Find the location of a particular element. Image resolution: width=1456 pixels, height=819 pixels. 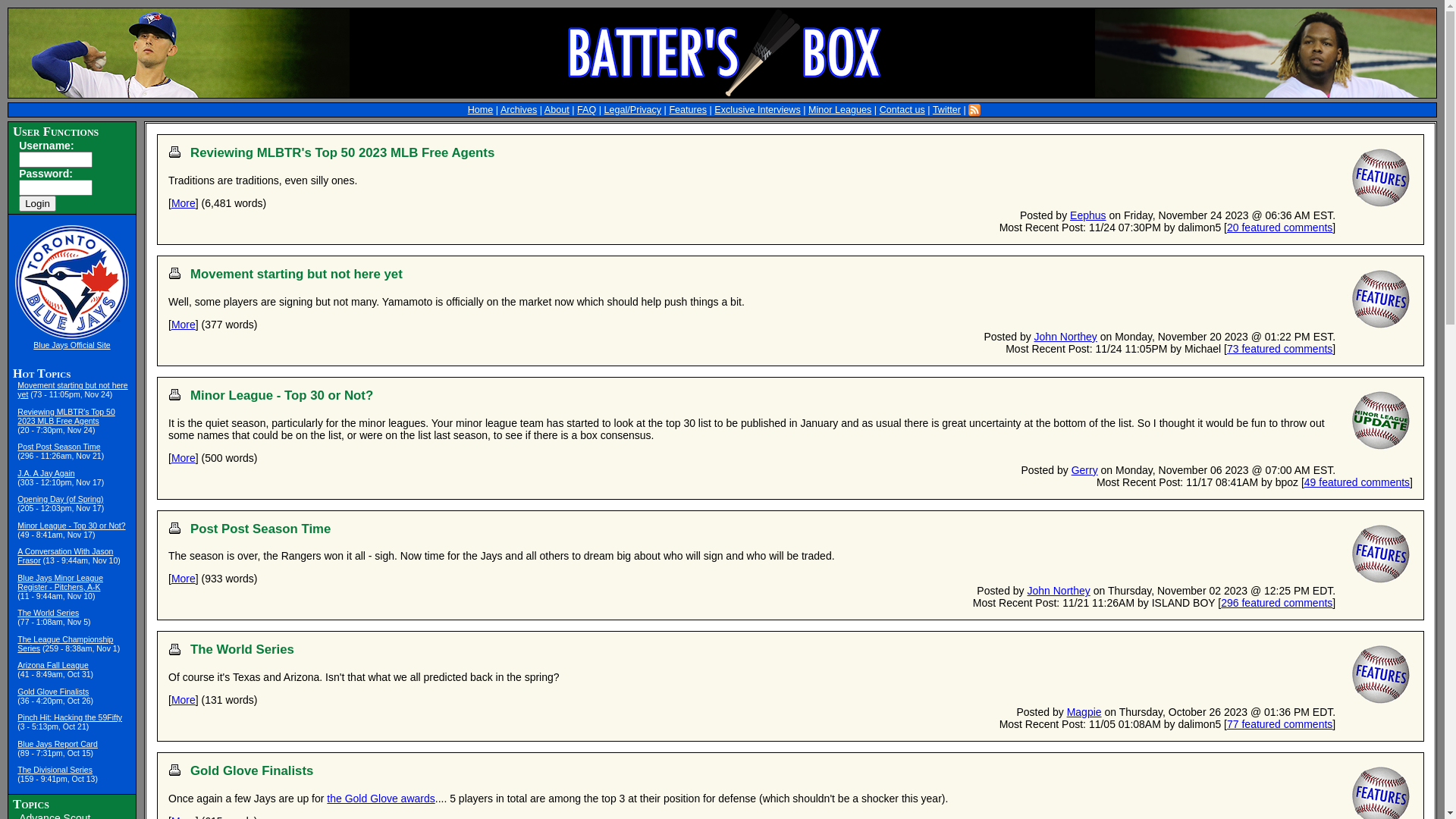

'Twitter' is located at coordinates (946, 109).